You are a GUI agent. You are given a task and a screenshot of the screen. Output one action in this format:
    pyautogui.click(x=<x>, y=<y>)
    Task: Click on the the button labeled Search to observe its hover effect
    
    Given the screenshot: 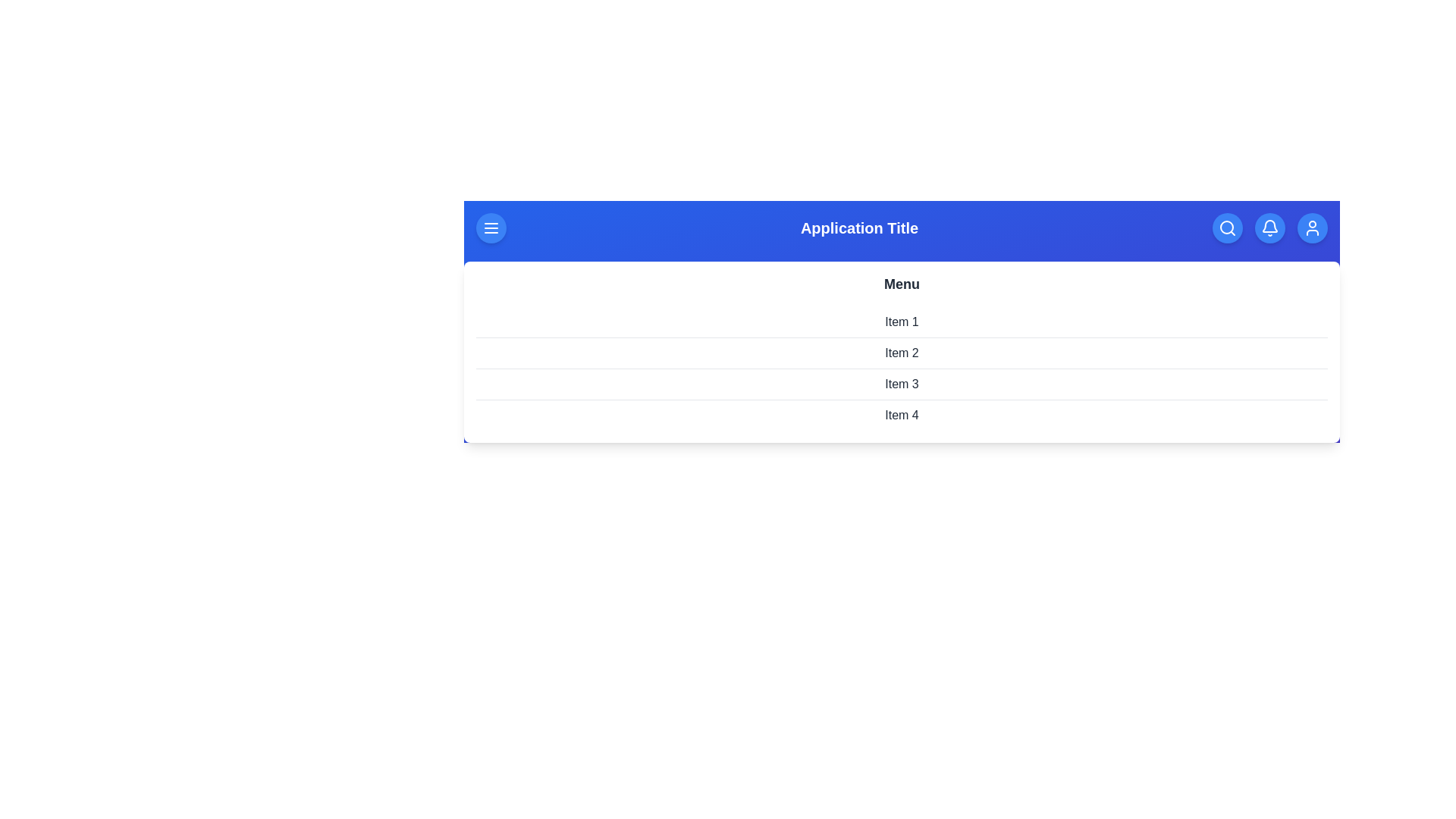 What is the action you would take?
    pyautogui.click(x=1227, y=227)
    